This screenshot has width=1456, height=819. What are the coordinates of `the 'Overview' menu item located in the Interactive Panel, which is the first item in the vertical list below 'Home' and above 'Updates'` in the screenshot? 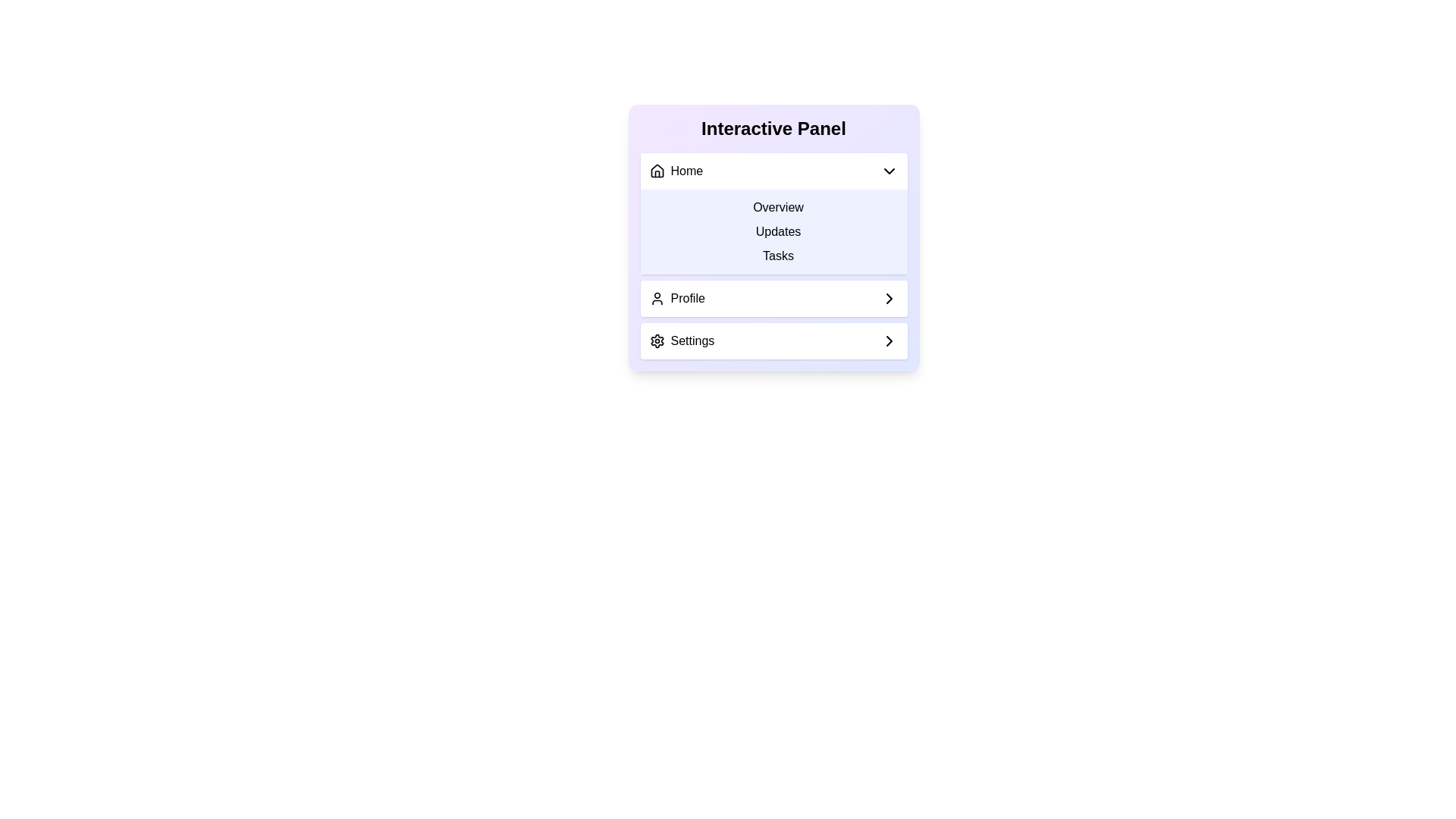 It's located at (778, 207).